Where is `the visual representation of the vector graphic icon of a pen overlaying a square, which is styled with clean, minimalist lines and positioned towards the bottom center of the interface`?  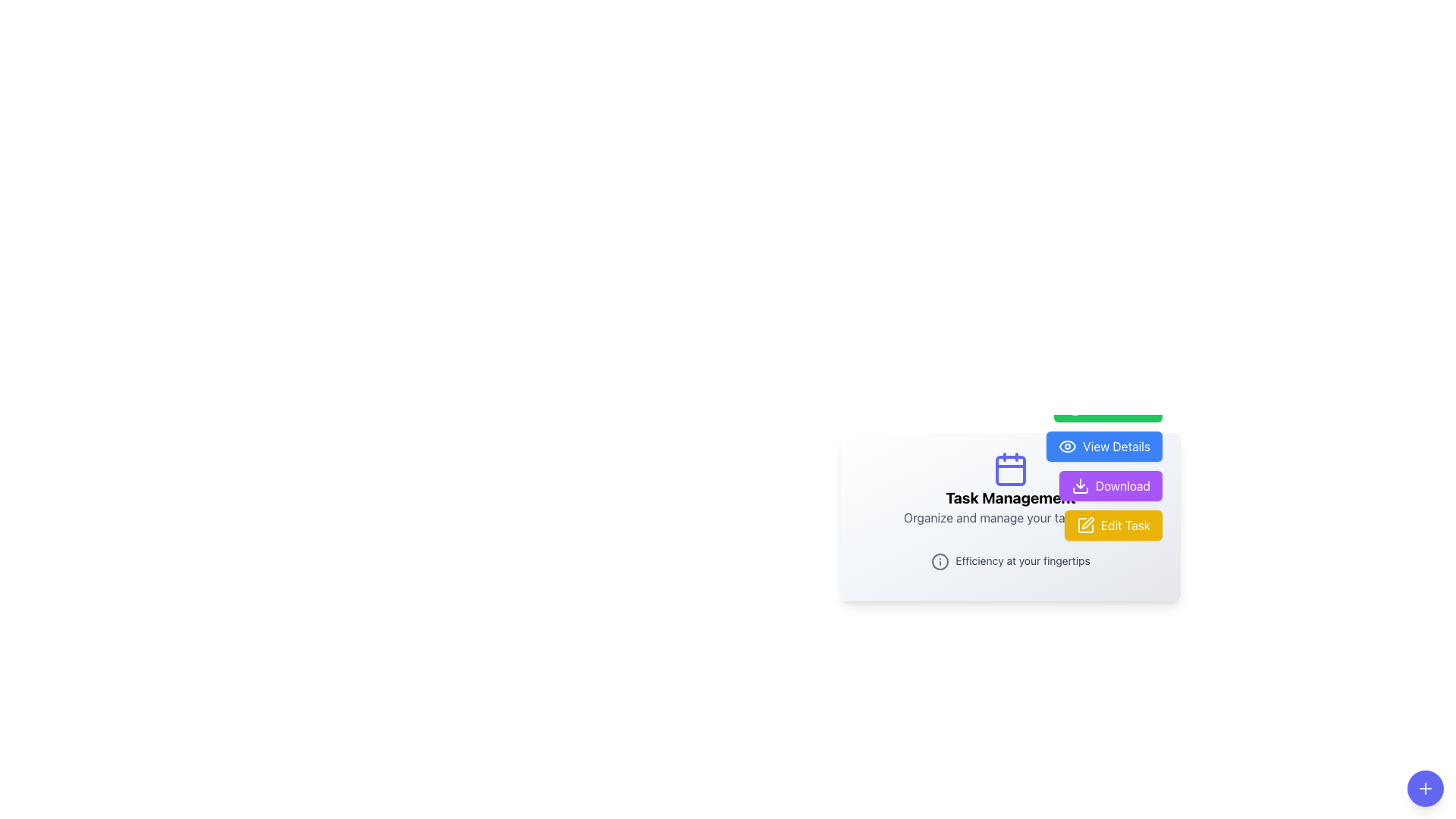
the visual representation of the vector graphic icon of a pen overlaying a square, which is styled with clean, minimalist lines and positioned towards the bottom center of the interface is located at coordinates (1087, 522).